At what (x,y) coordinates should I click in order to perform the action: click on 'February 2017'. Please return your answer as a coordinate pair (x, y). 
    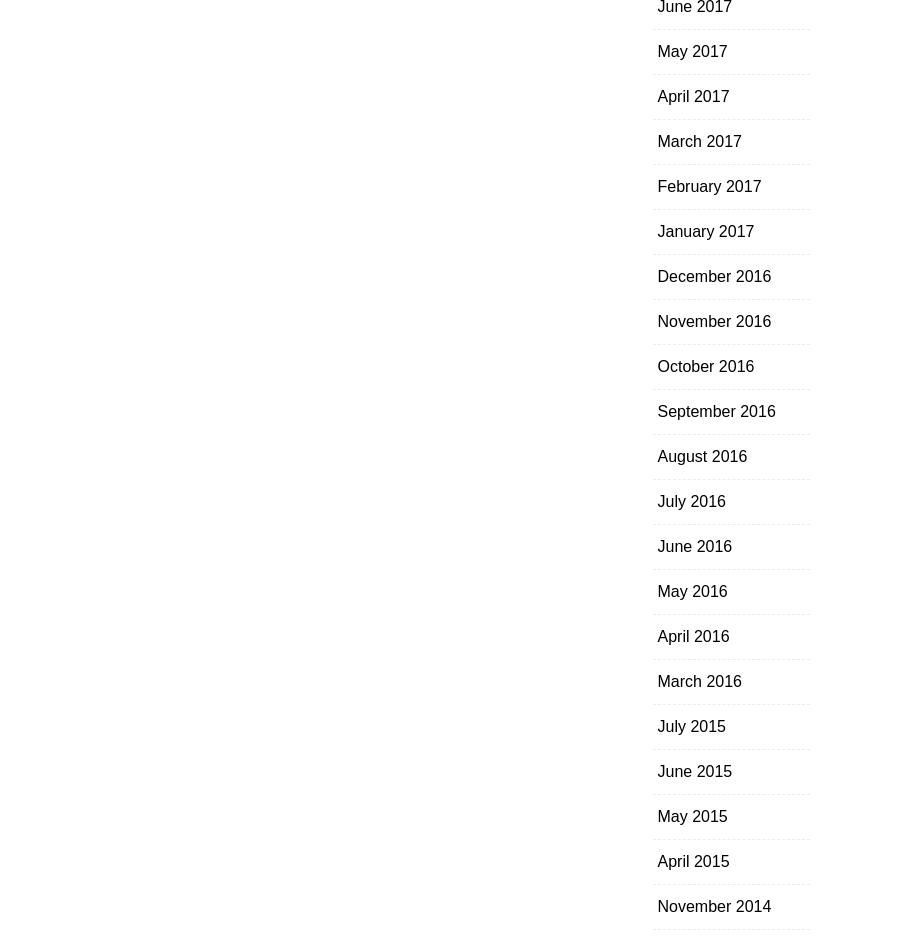
    Looking at the image, I should click on (708, 185).